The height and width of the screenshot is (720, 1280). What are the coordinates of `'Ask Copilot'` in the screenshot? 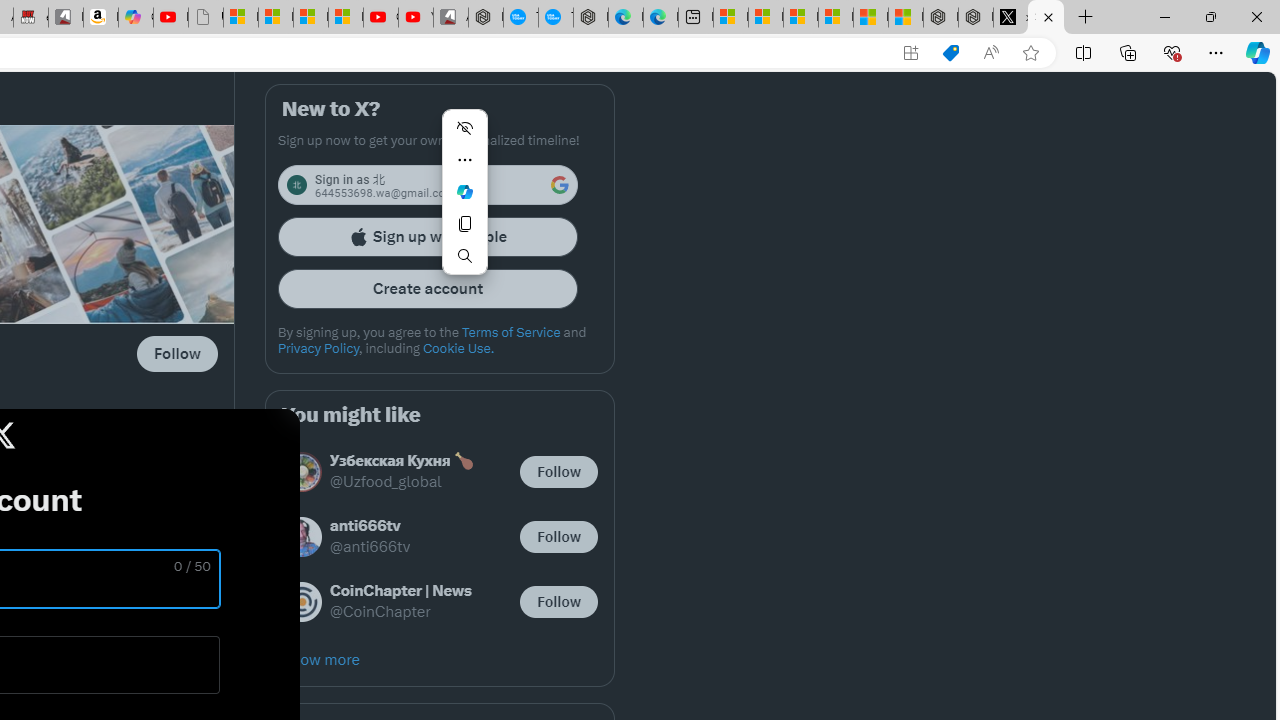 It's located at (463, 191).